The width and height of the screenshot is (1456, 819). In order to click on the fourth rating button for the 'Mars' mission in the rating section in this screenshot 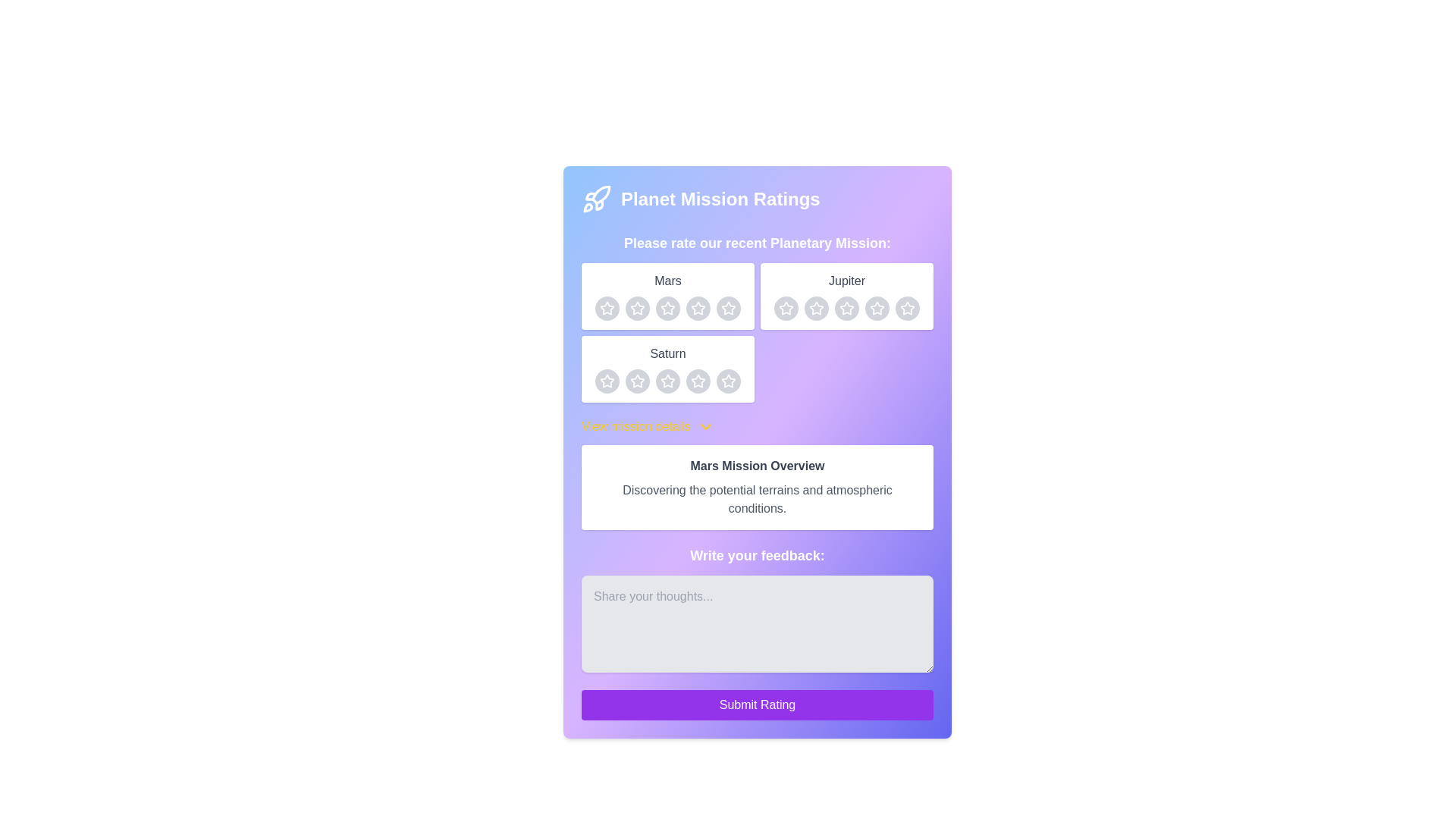, I will do `click(728, 308)`.